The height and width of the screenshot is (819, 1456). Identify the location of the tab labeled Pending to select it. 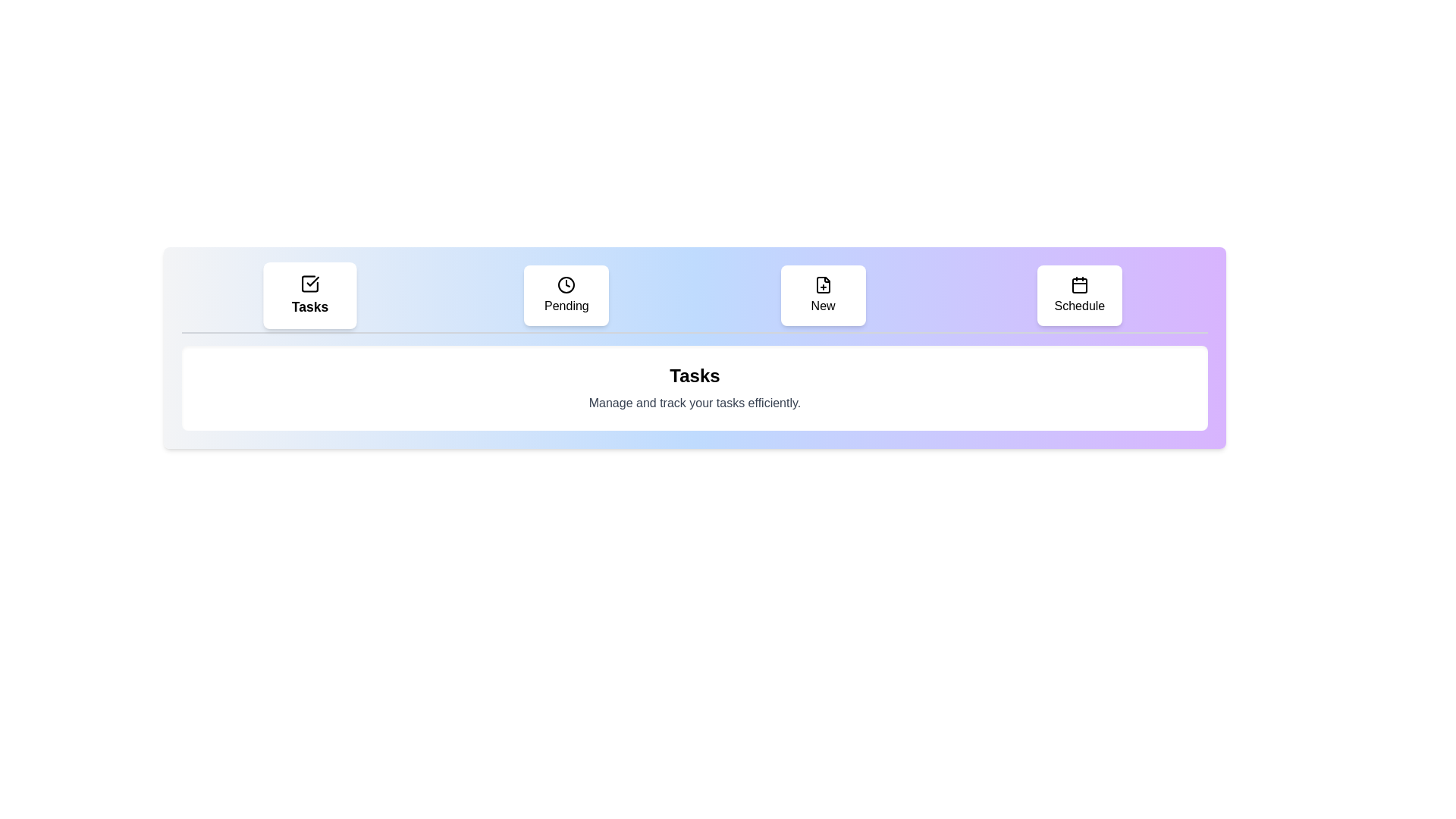
(566, 295).